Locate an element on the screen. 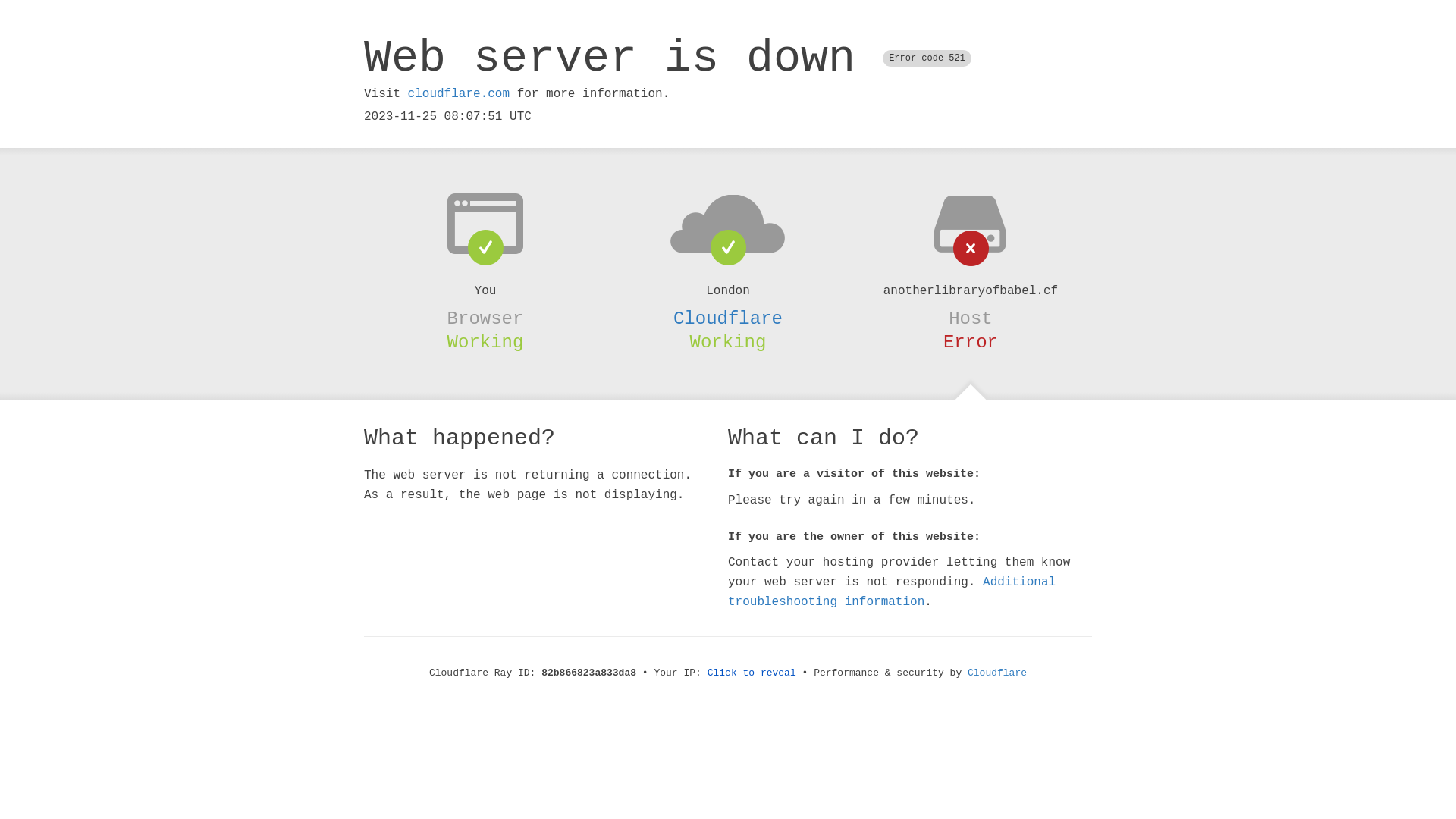 This screenshot has height=819, width=1456. 'Click to reveal' is located at coordinates (752, 672).